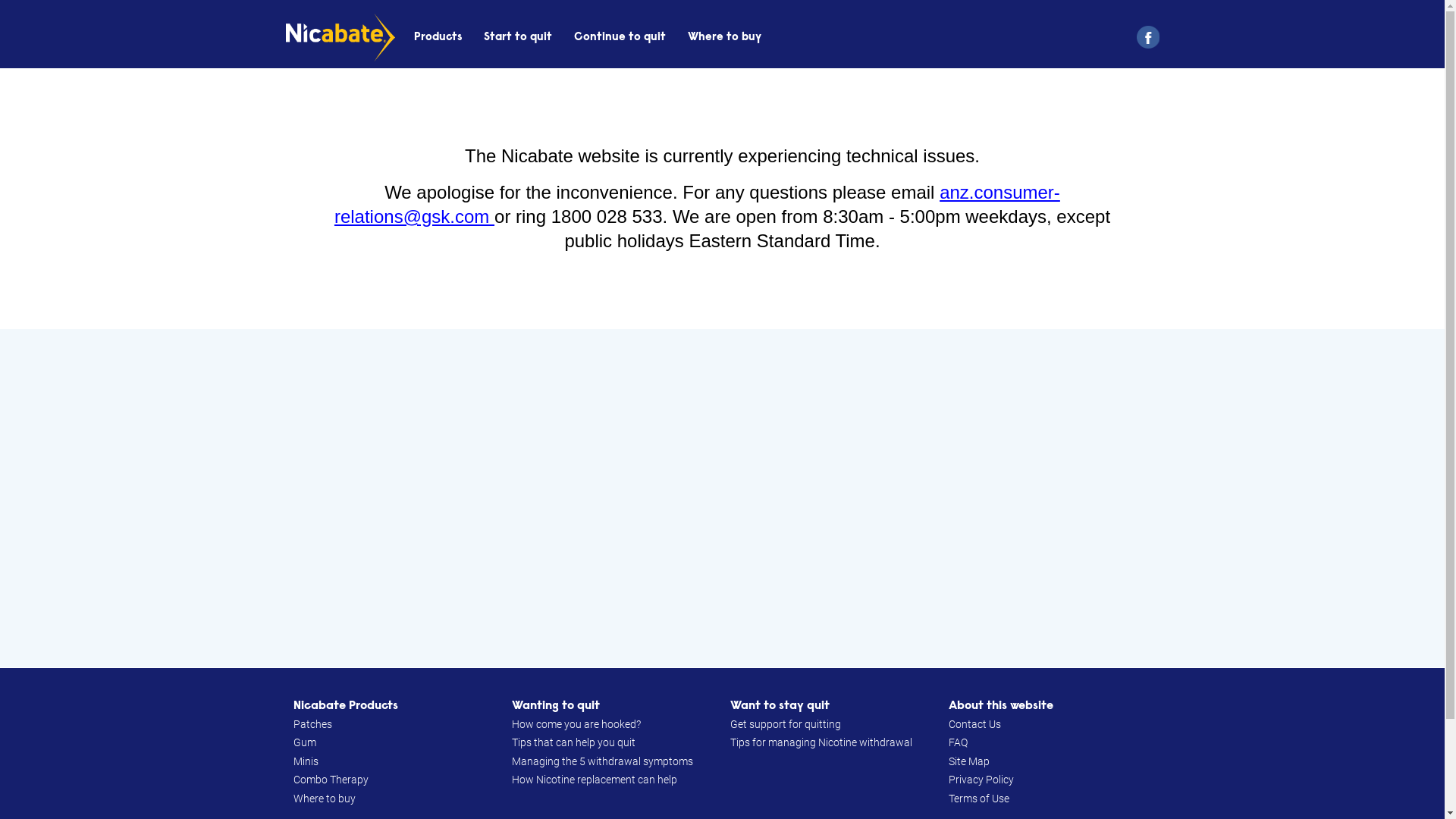 Image resolution: width=1456 pixels, height=819 pixels. Describe the element at coordinates (510, 742) in the screenshot. I see `'Tips that can help you quit'` at that location.